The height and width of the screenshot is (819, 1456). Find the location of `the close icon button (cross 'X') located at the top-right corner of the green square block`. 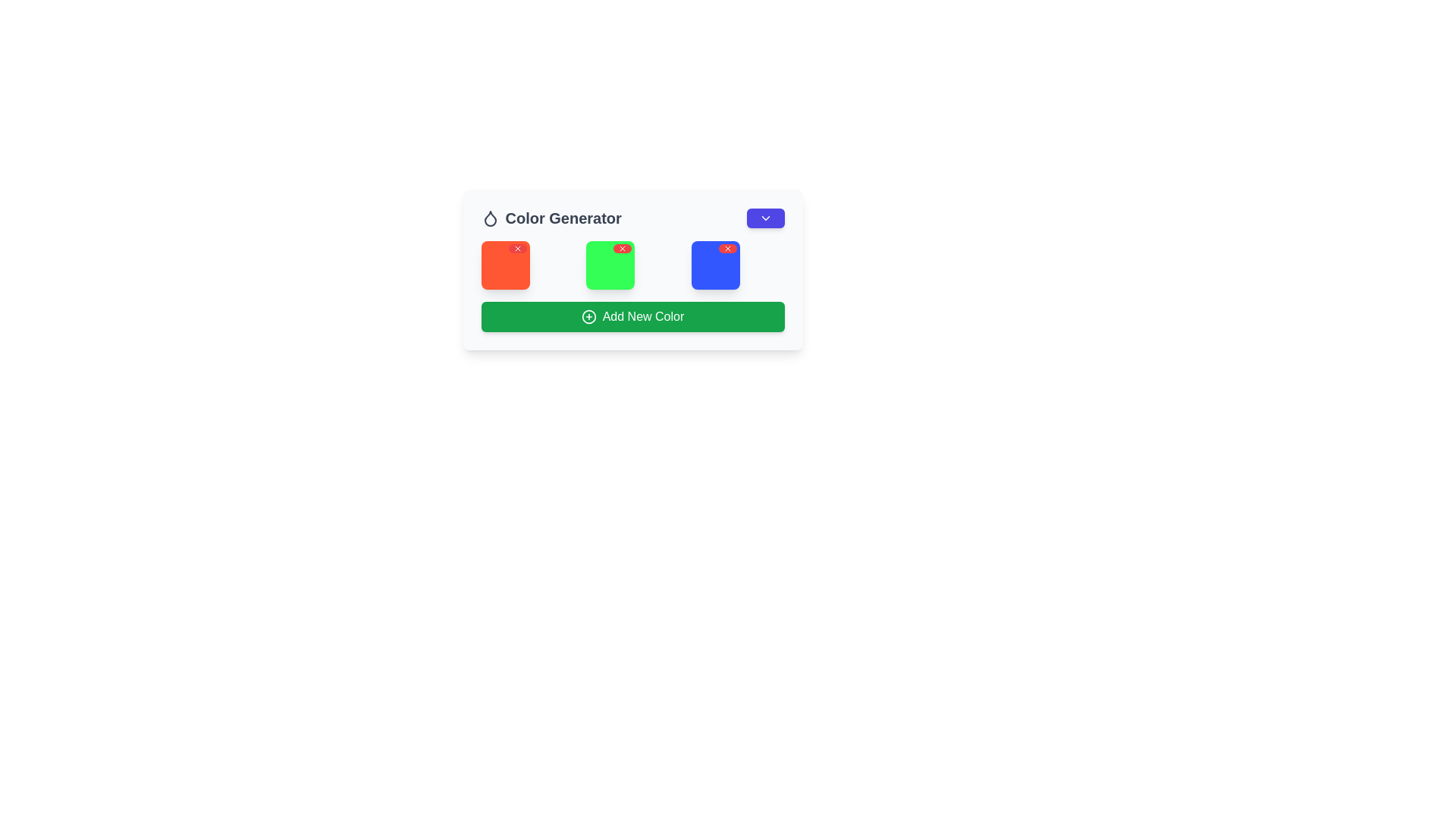

the close icon button (cross 'X') located at the top-right corner of the green square block is located at coordinates (623, 247).